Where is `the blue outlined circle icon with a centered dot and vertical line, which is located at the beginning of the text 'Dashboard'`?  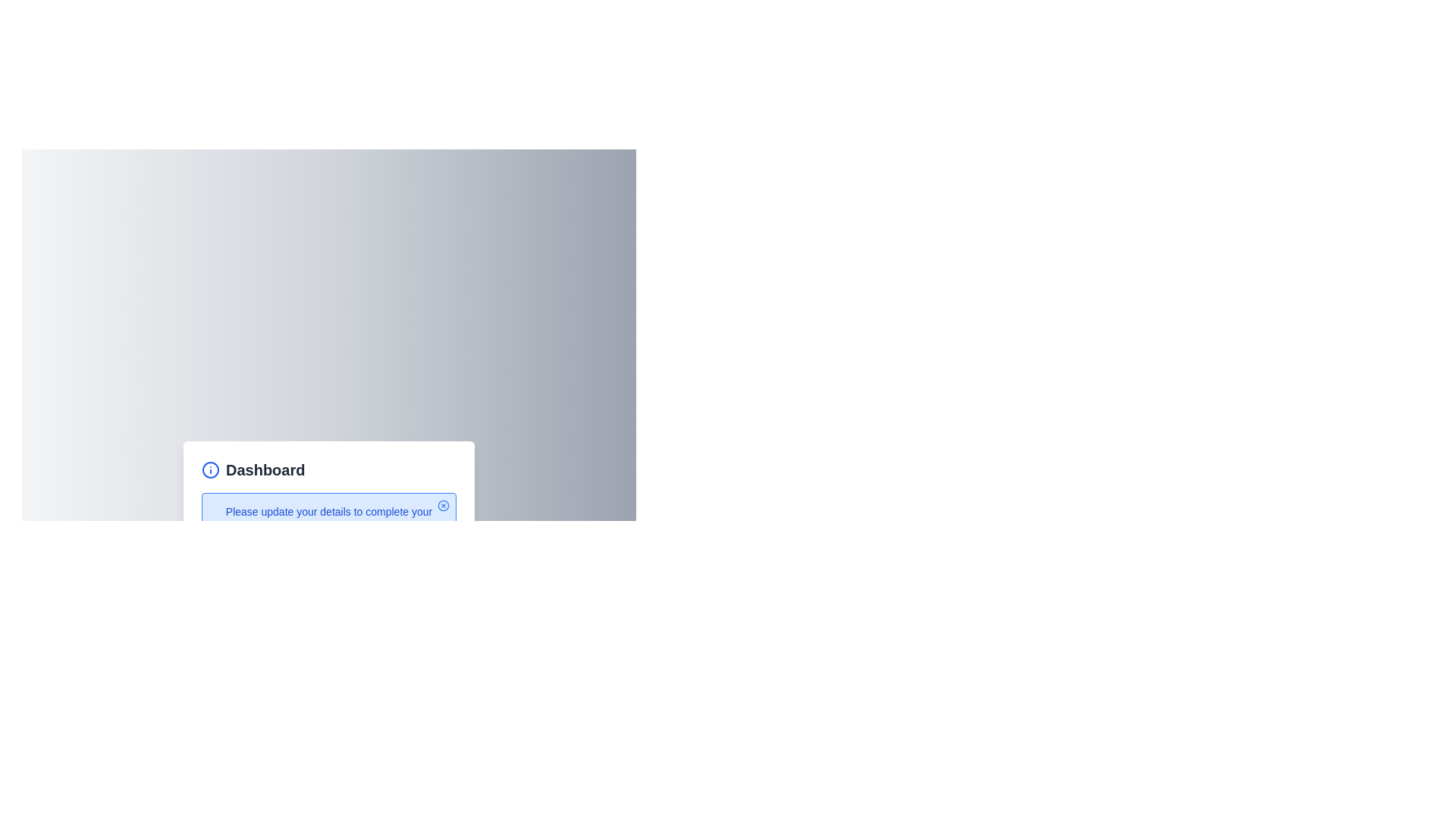 the blue outlined circle icon with a centered dot and vertical line, which is located at the beginning of the text 'Dashboard' is located at coordinates (210, 469).